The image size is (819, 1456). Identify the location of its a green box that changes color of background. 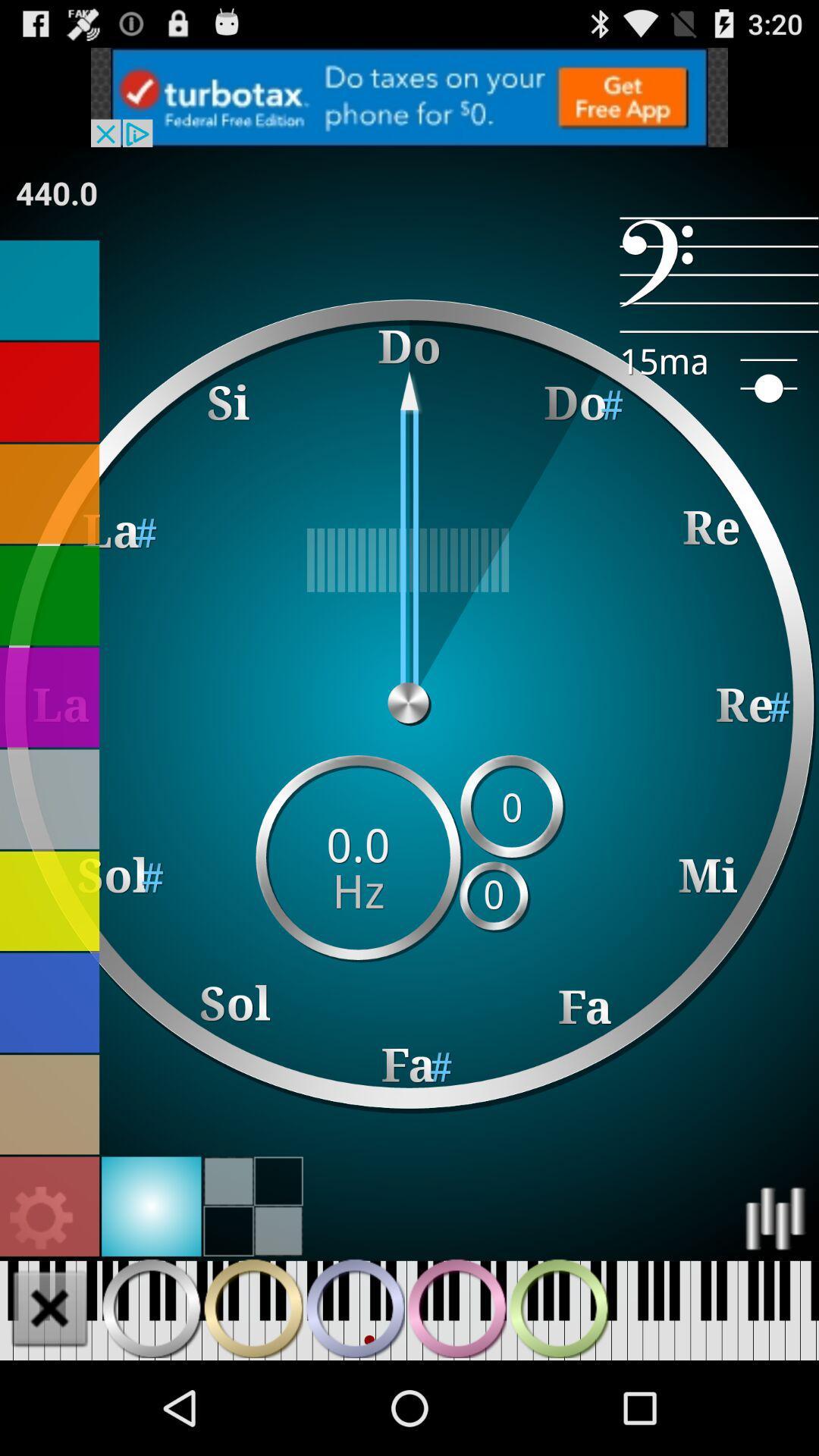
(49, 595).